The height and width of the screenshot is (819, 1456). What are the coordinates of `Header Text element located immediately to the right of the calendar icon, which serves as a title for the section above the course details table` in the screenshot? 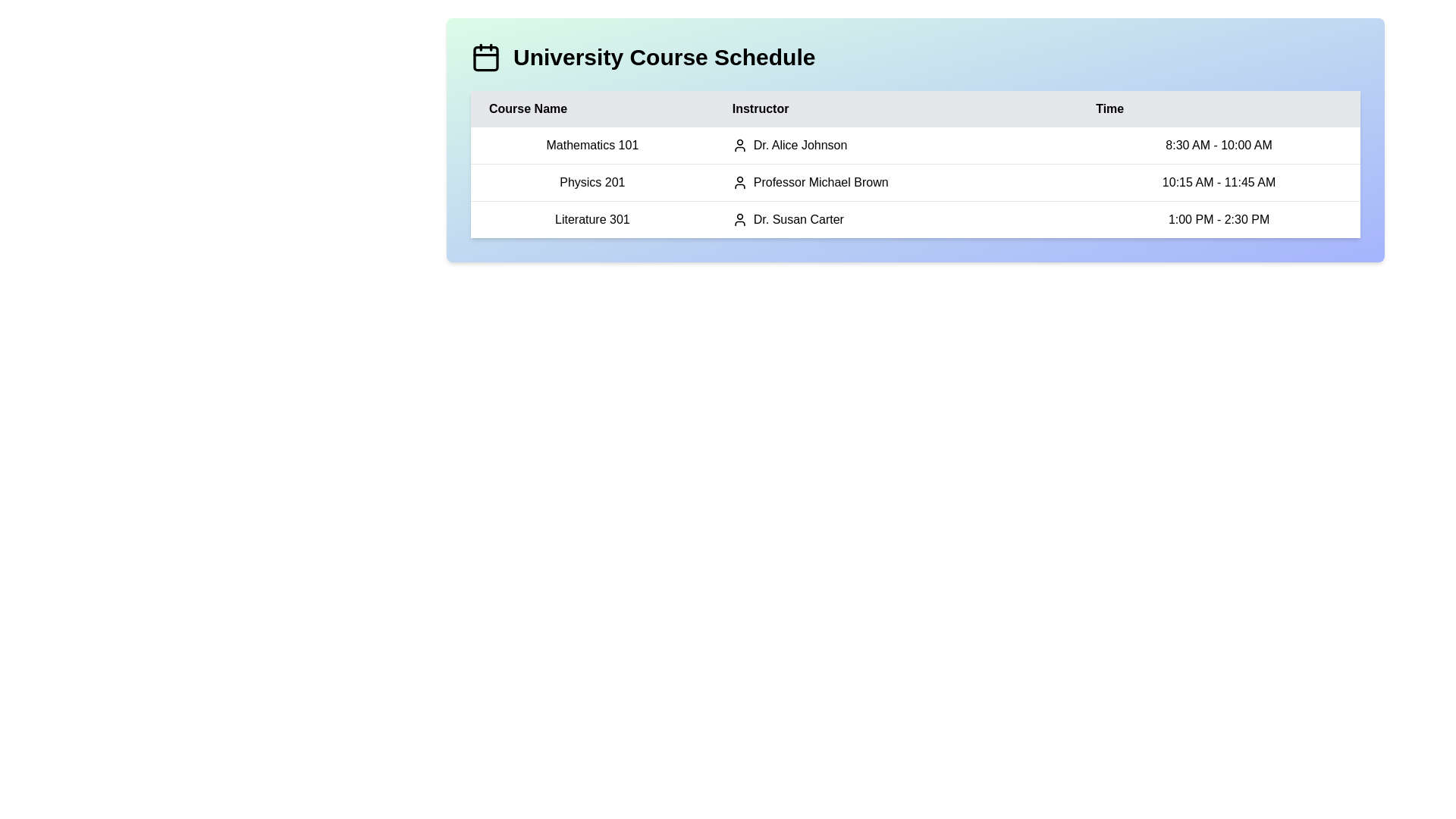 It's located at (664, 57).